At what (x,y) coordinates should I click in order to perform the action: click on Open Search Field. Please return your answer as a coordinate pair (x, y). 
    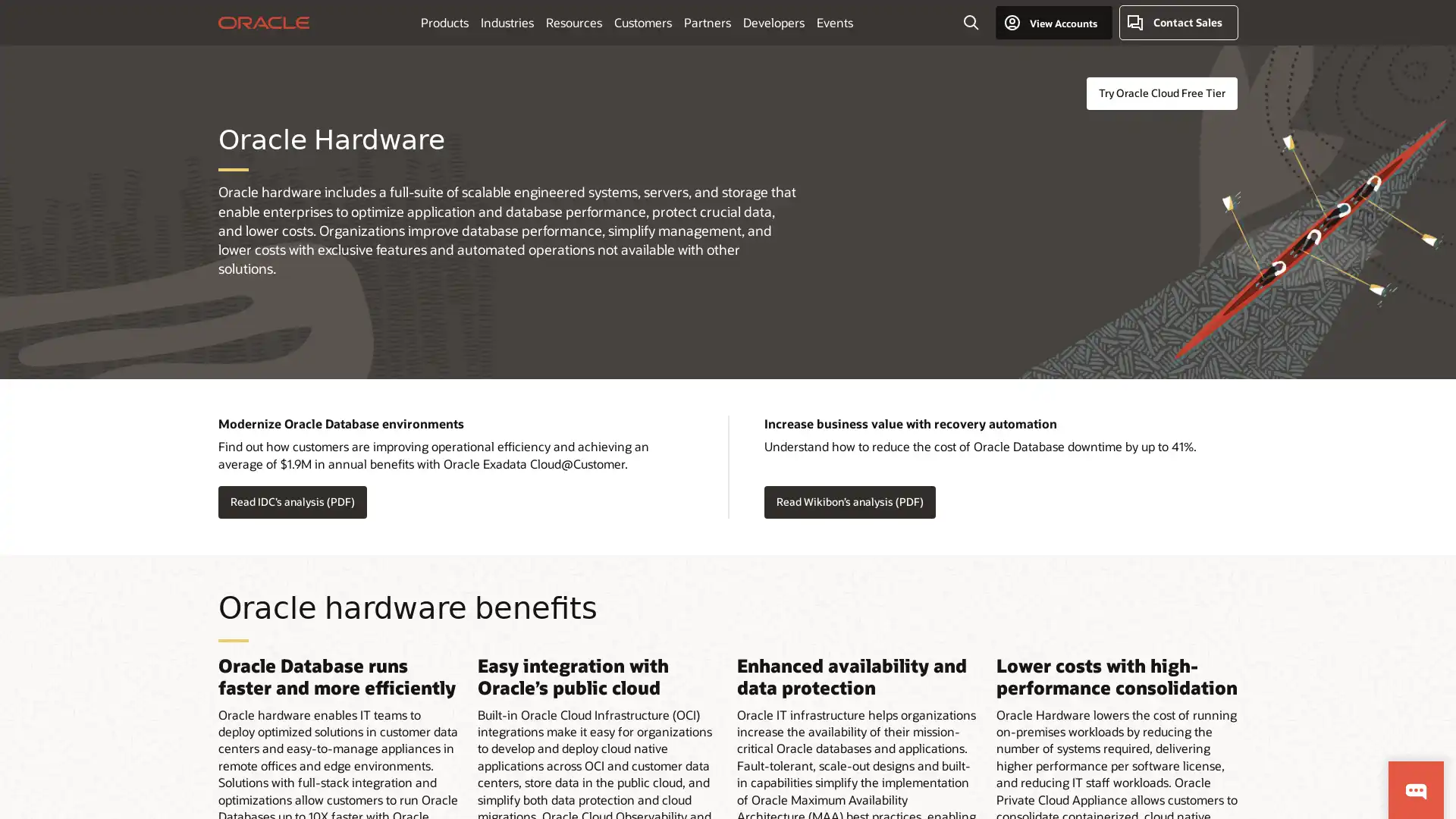
    Looking at the image, I should click on (971, 23).